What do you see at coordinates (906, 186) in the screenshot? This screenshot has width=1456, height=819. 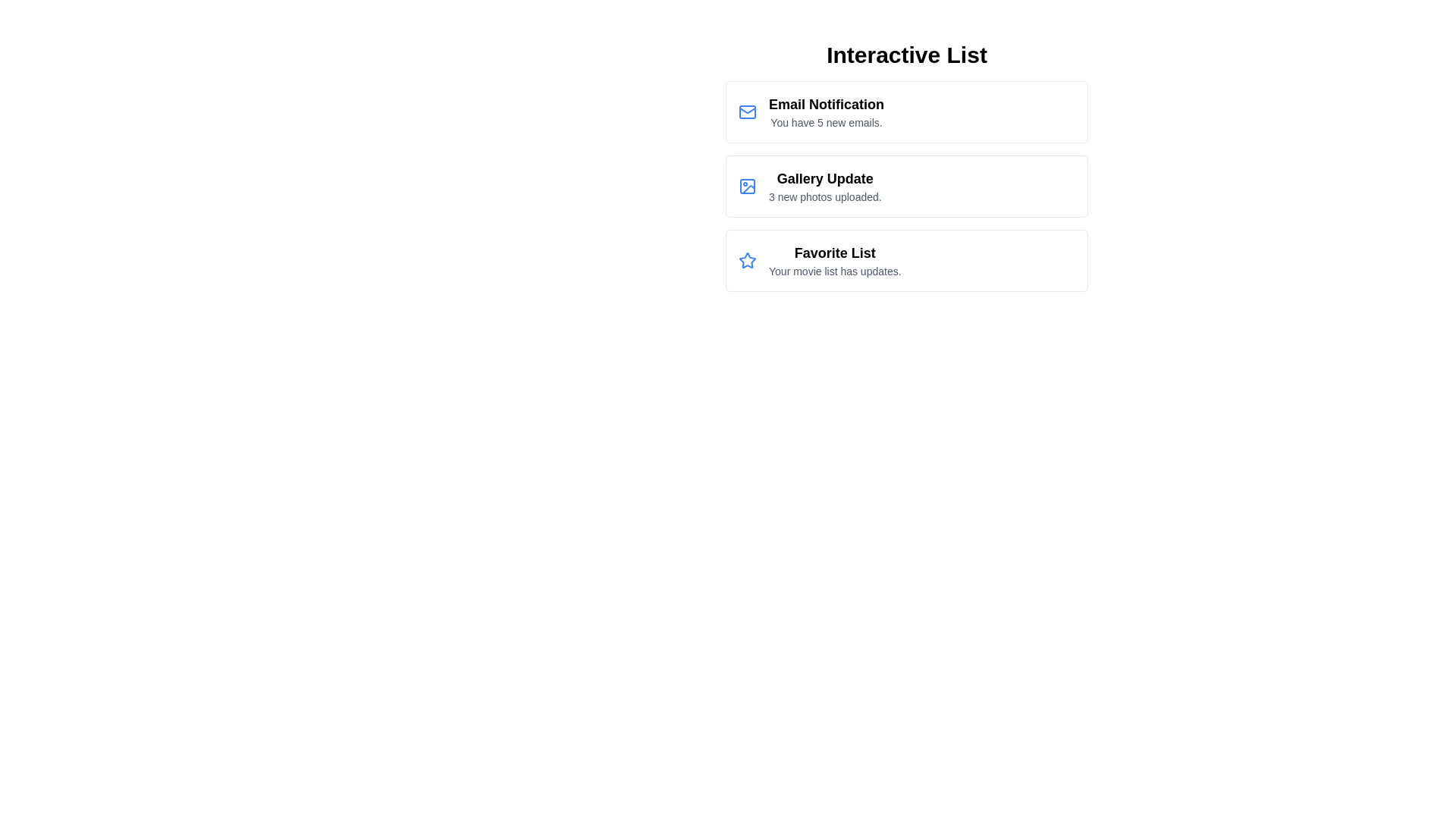 I see `the list item Gallery Update to view its hover effect` at bounding box center [906, 186].